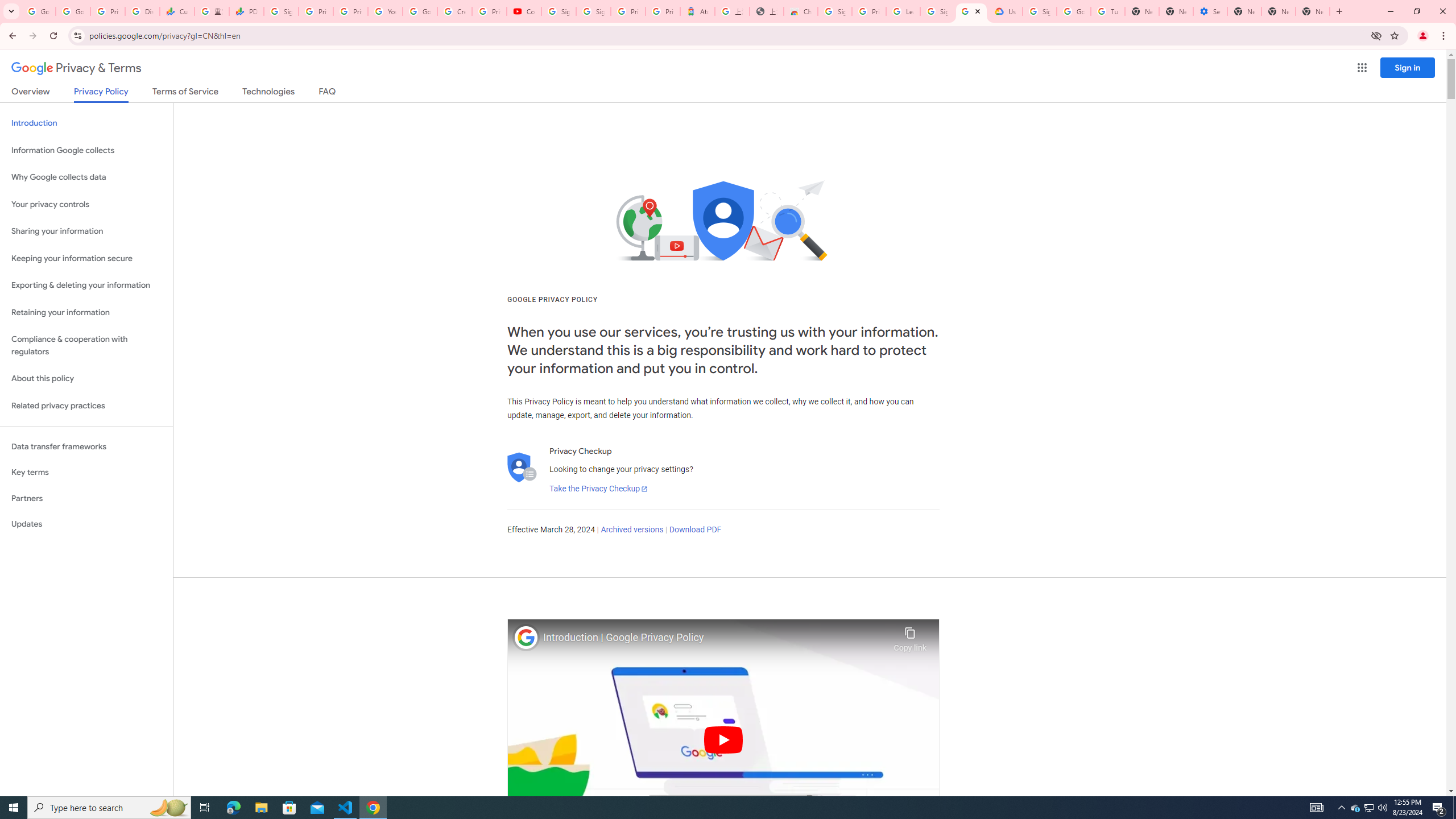 The height and width of the screenshot is (819, 1456). Describe the element at coordinates (86, 472) in the screenshot. I see `'Key terms'` at that location.